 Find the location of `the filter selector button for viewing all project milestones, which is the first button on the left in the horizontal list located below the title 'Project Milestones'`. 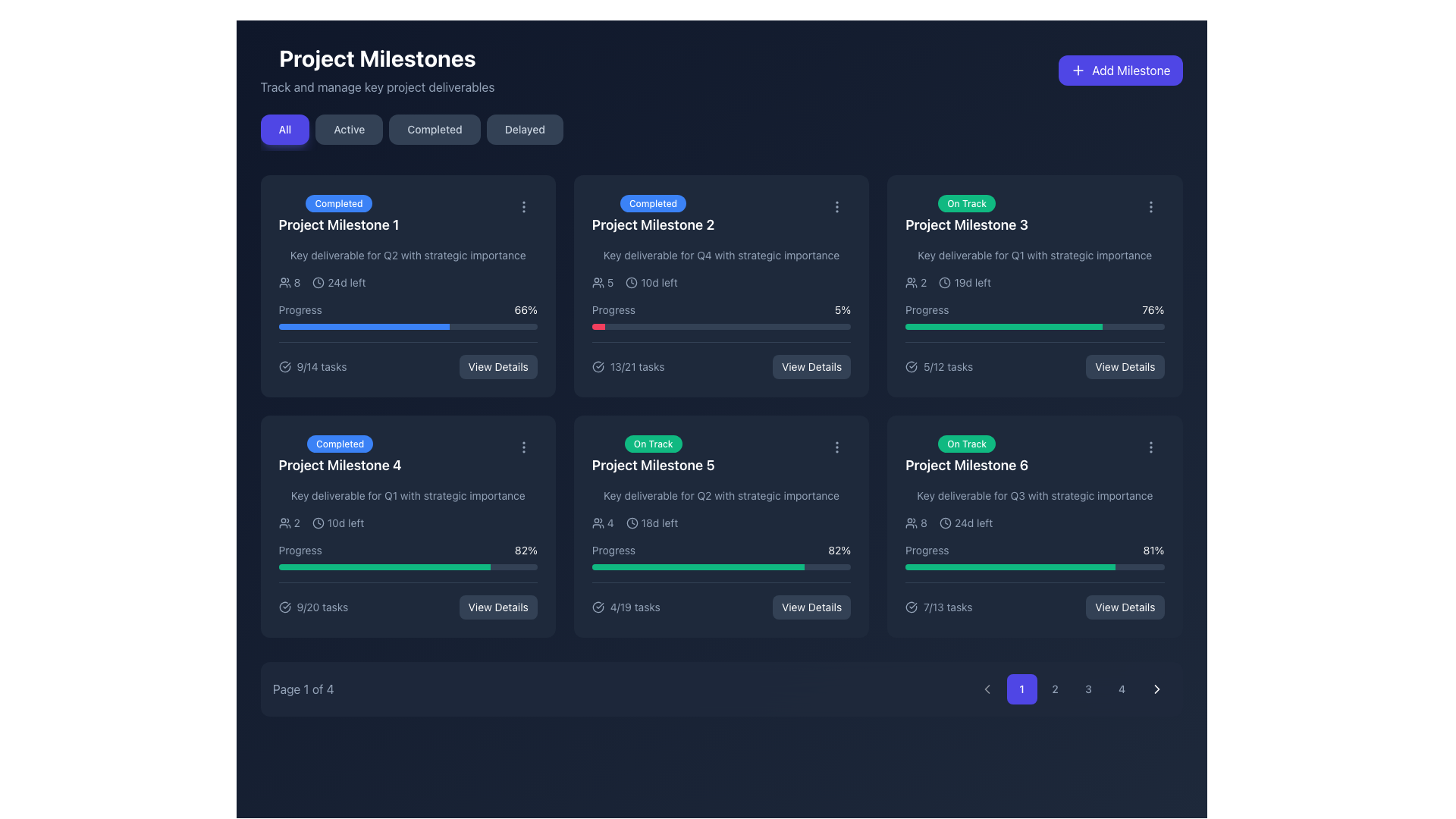

the filter selector button for viewing all project milestones, which is the first button on the left in the horizontal list located below the title 'Project Milestones' is located at coordinates (284, 128).